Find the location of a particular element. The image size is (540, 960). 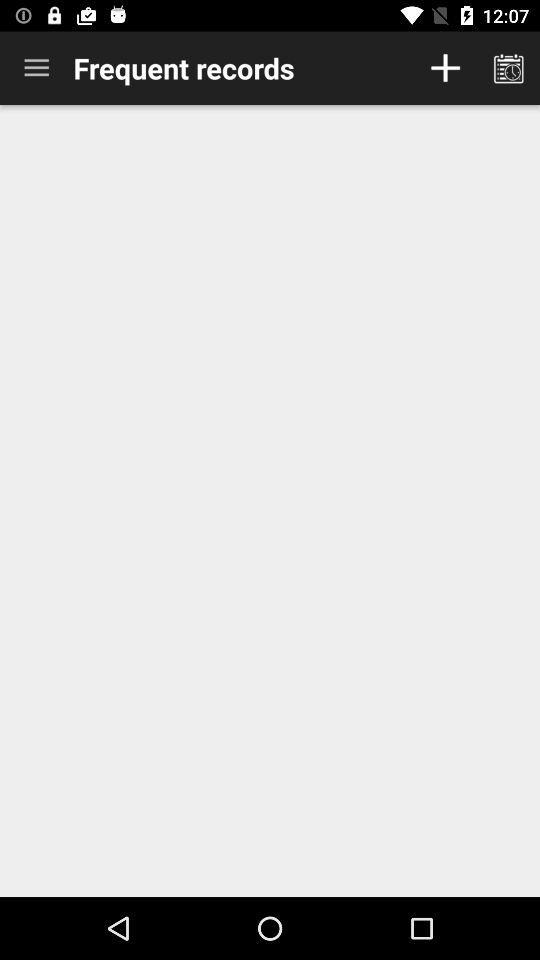

the icon next to the frequent records item is located at coordinates (36, 68).